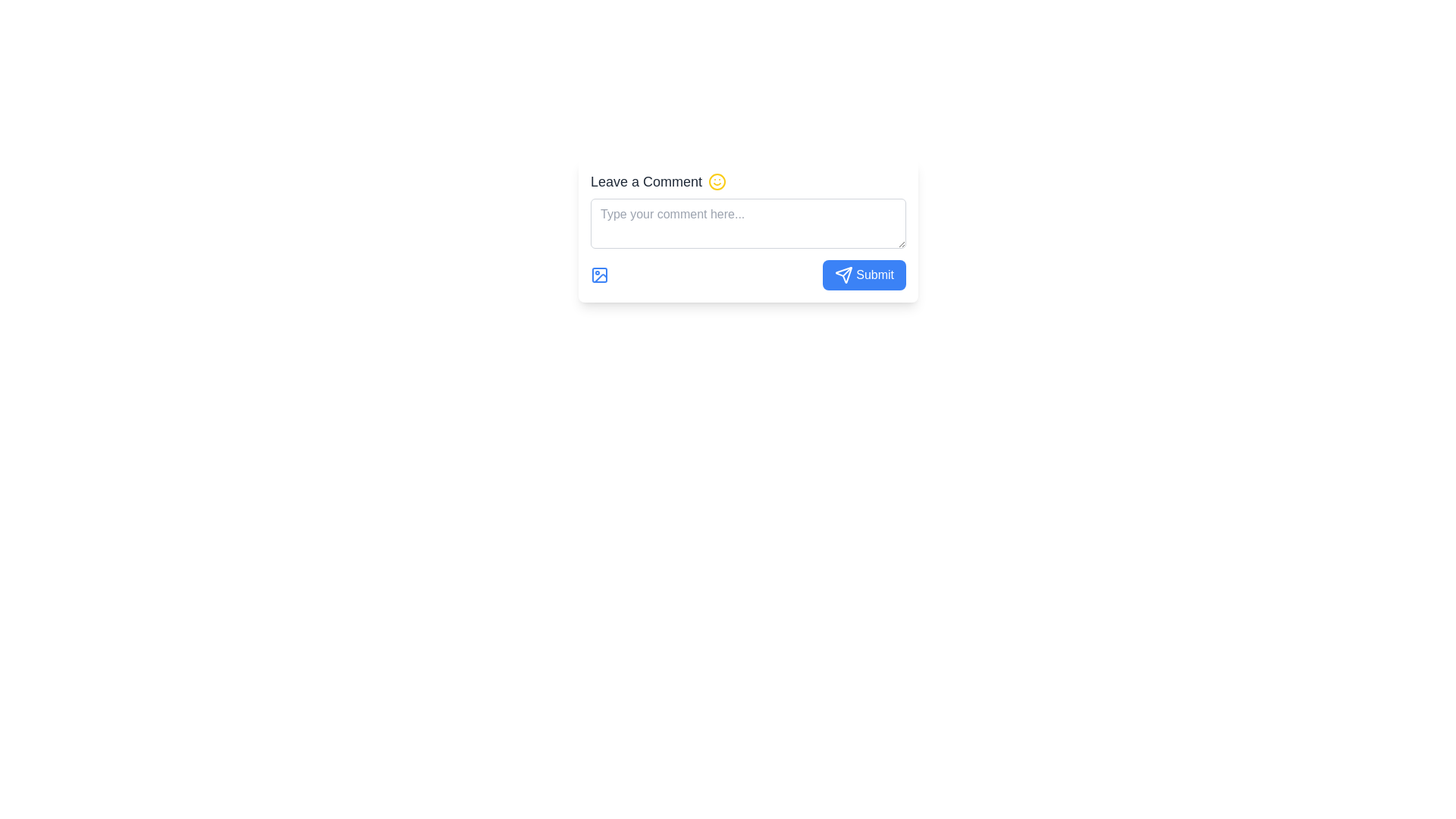 This screenshot has height=819, width=1456. I want to click on the central circular part of the smiley face icon located at the top-left corner of the comment input box, so click(717, 180).